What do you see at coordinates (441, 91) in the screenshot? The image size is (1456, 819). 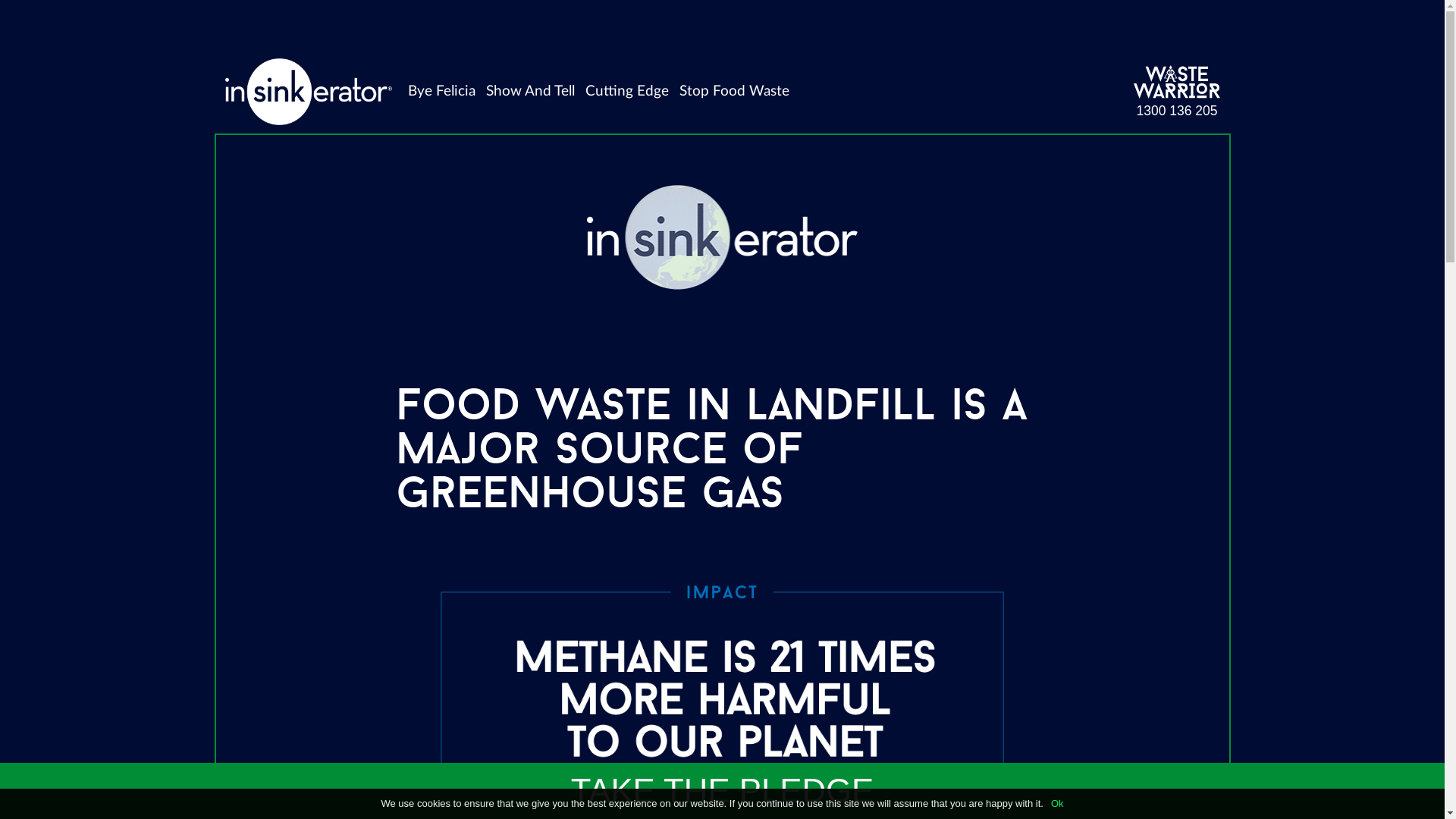 I see `'Bye Felicia'` at bounding box center [441, 91].